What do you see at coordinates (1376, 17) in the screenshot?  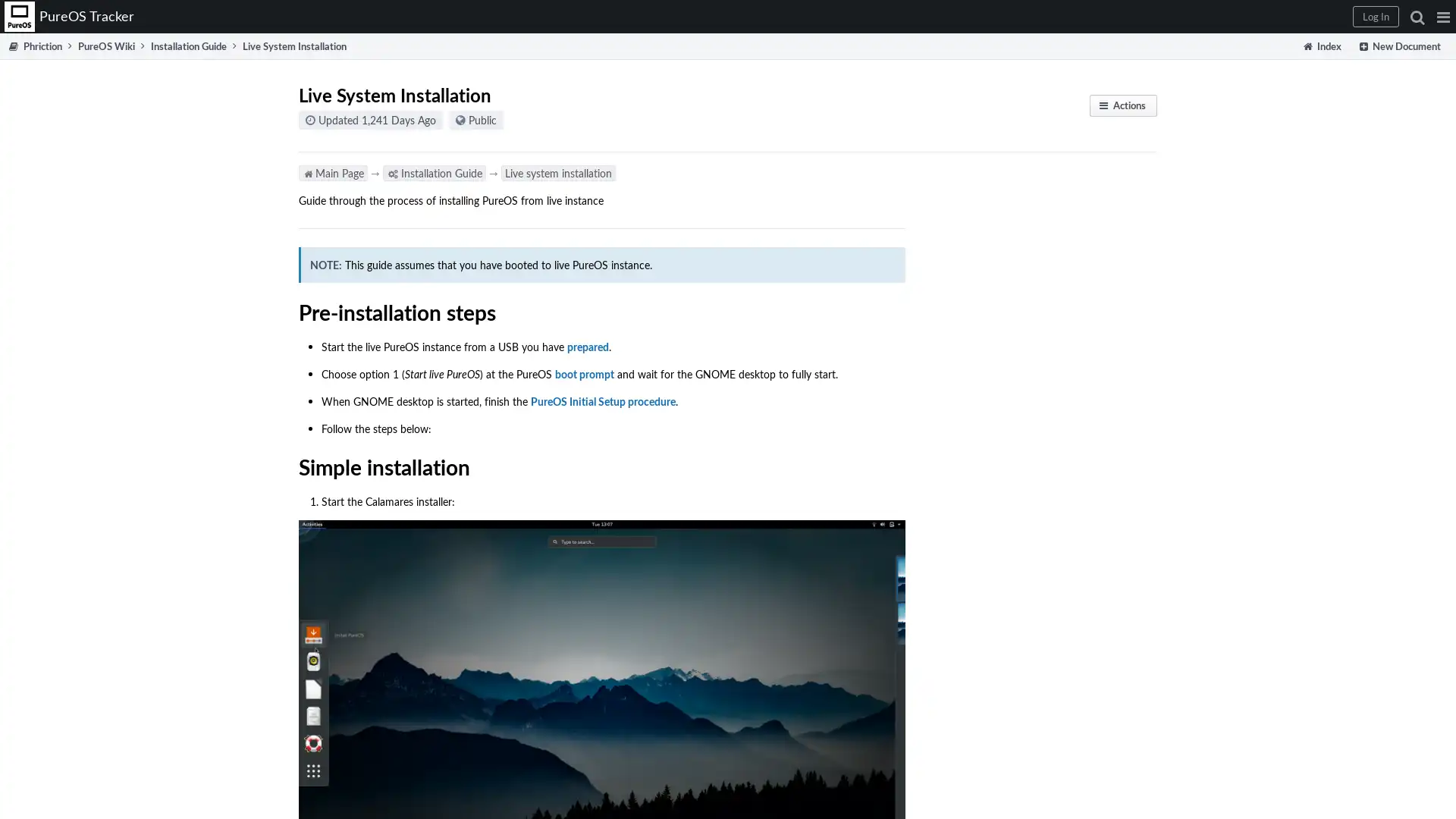 I see `Log In` at bounding box center [1376, 17].